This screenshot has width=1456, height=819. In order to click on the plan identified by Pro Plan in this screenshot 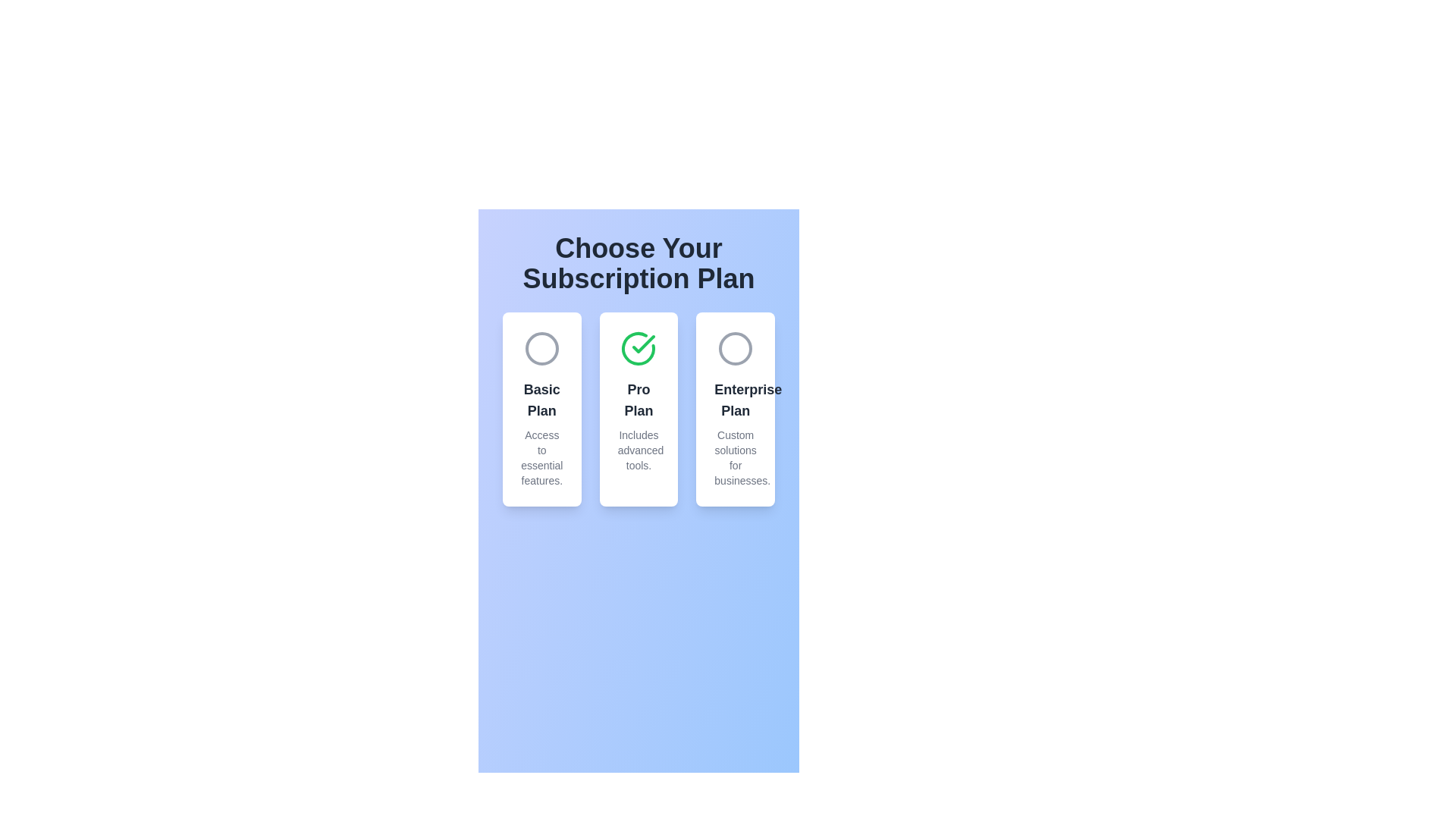, I will do `click(639, 348)`.